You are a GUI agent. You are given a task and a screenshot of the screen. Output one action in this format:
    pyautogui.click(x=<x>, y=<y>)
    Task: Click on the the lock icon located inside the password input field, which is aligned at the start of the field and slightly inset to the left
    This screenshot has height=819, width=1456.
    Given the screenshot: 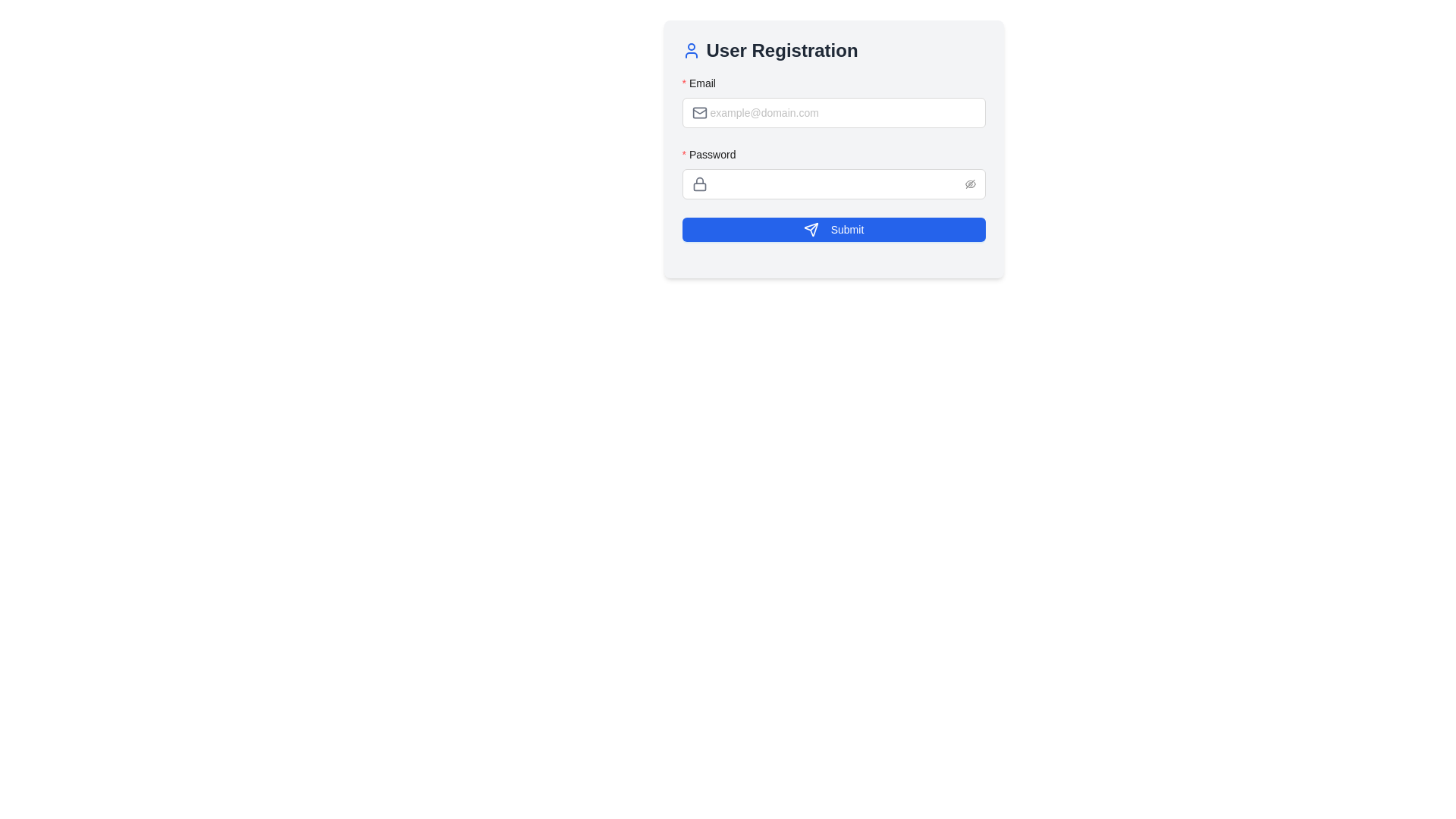 What is the action you would take?
    pyautogui.click(x=698, y=184)
    